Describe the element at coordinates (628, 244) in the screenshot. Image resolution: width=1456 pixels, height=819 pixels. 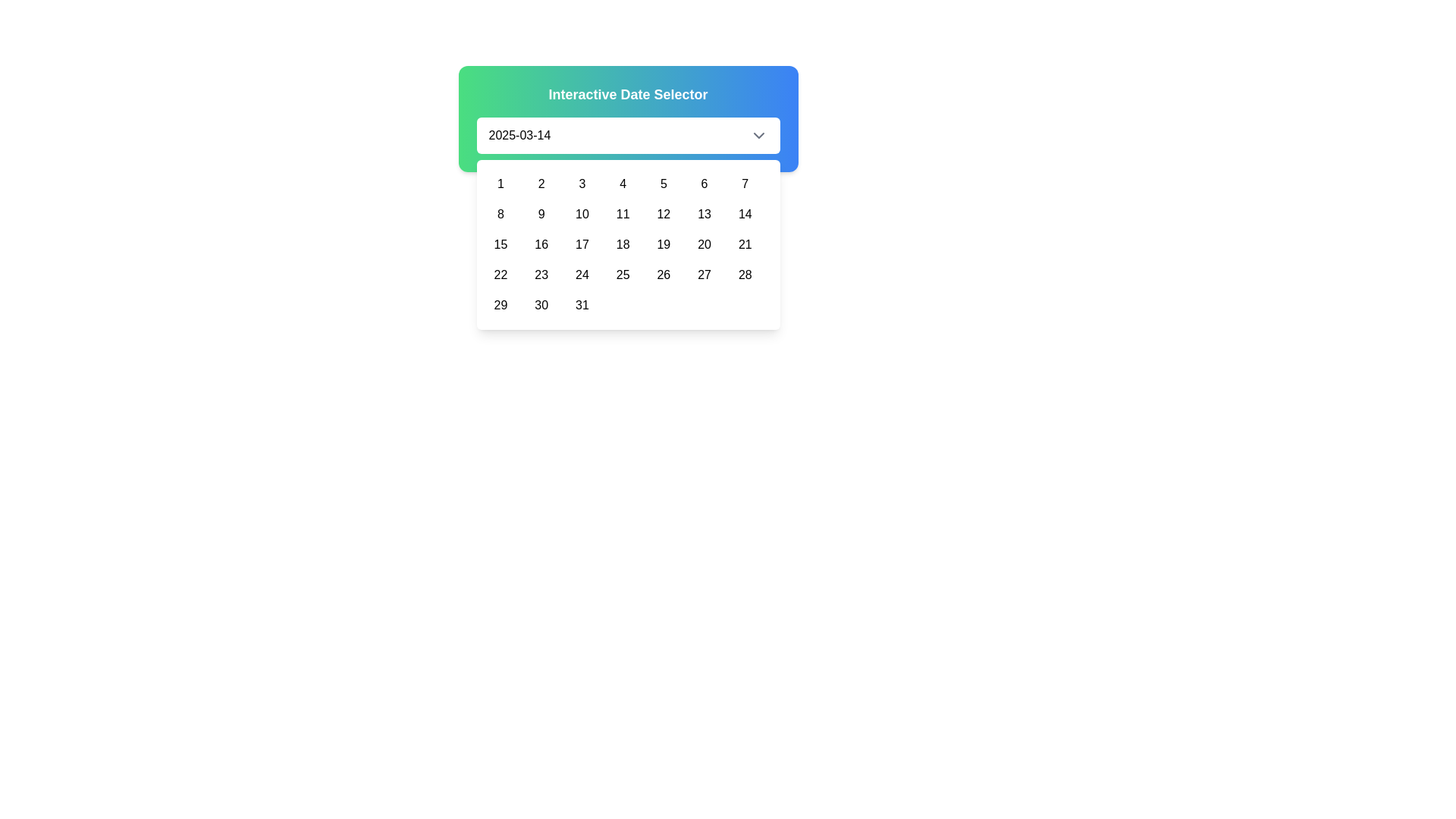
I see `to select multiple dates on the Interactive Calendar Grid located below the dropdown menu, which displays numbers 1` at that location.